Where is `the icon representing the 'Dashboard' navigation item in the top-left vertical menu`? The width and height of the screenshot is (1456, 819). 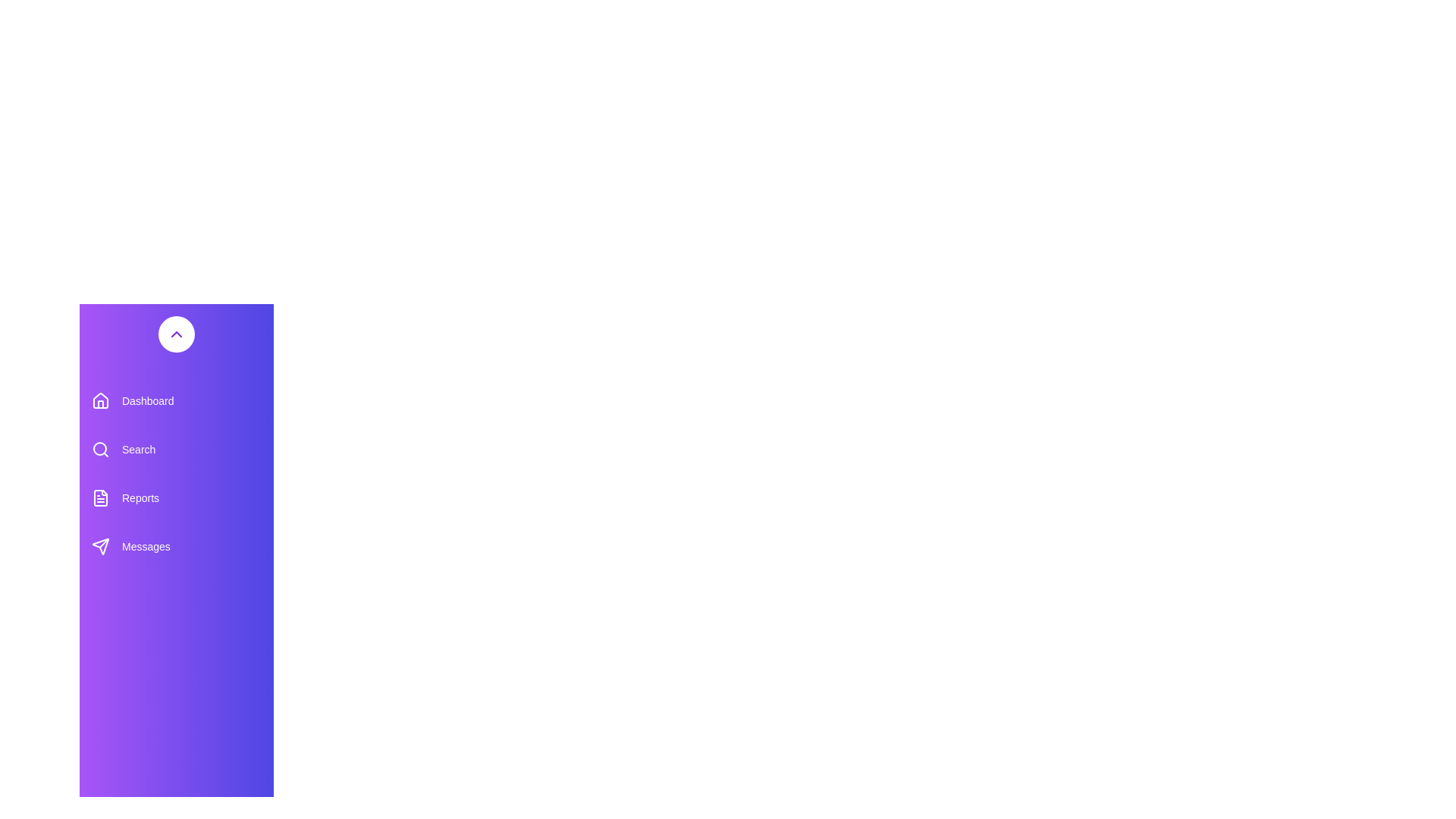 the icon representing the 'Dashboard' navigation item in the top-left vertical menu is located at coordinates (100, 400).